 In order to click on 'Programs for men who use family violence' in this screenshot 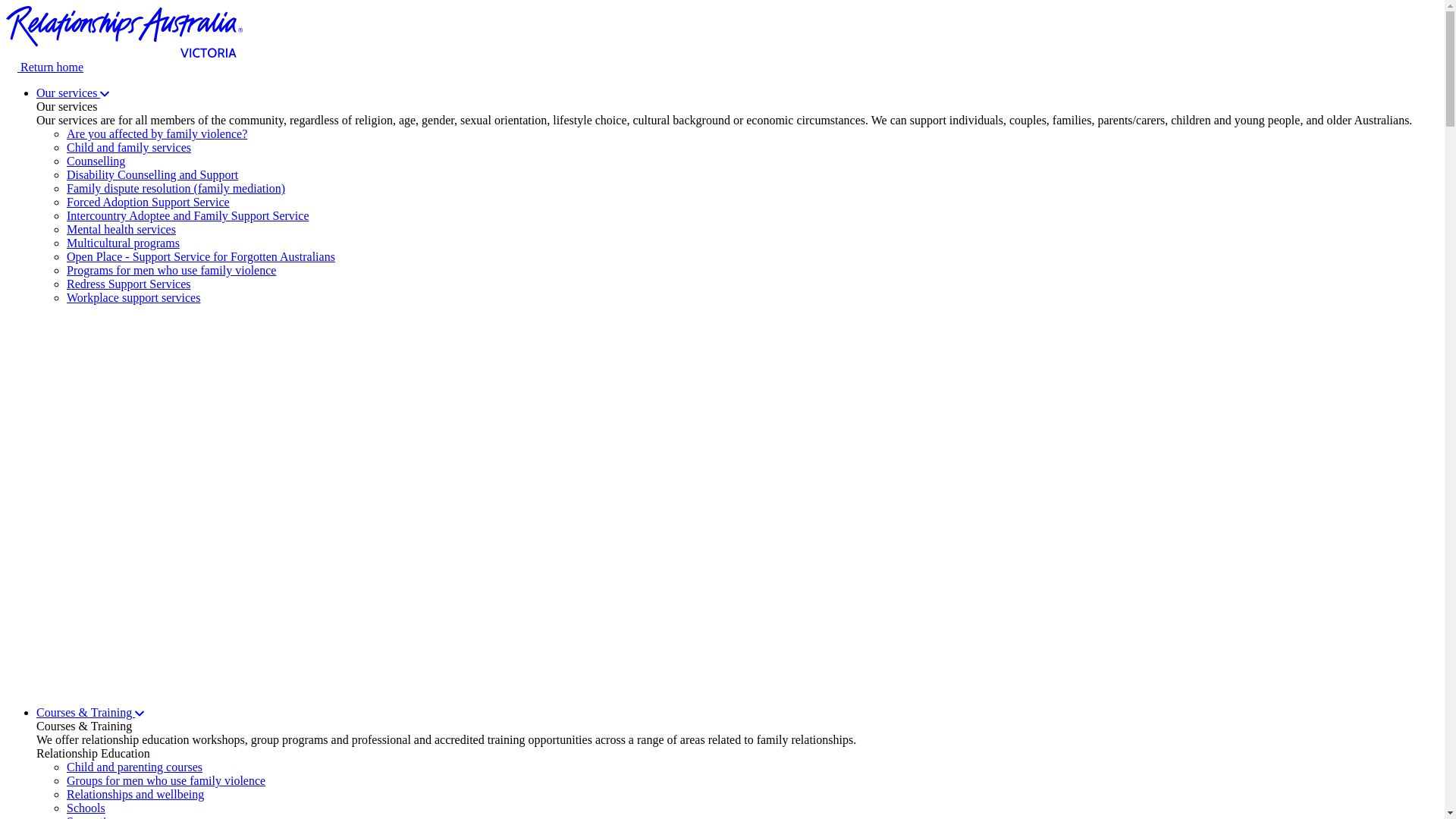, I will do `click(171, 269)`.